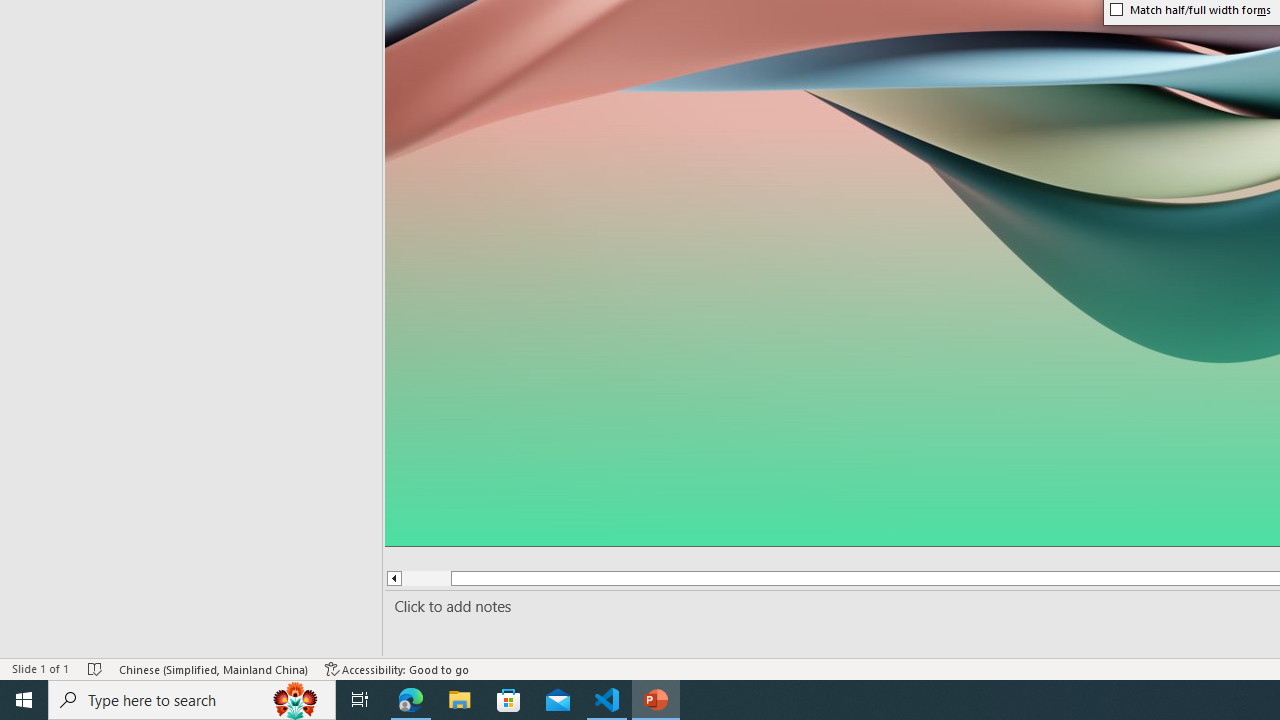  Describe the element at coordinates (397, 669) in the screenshot. I see `'Accessibility Checker Accessibility: Good to go'` at that location.